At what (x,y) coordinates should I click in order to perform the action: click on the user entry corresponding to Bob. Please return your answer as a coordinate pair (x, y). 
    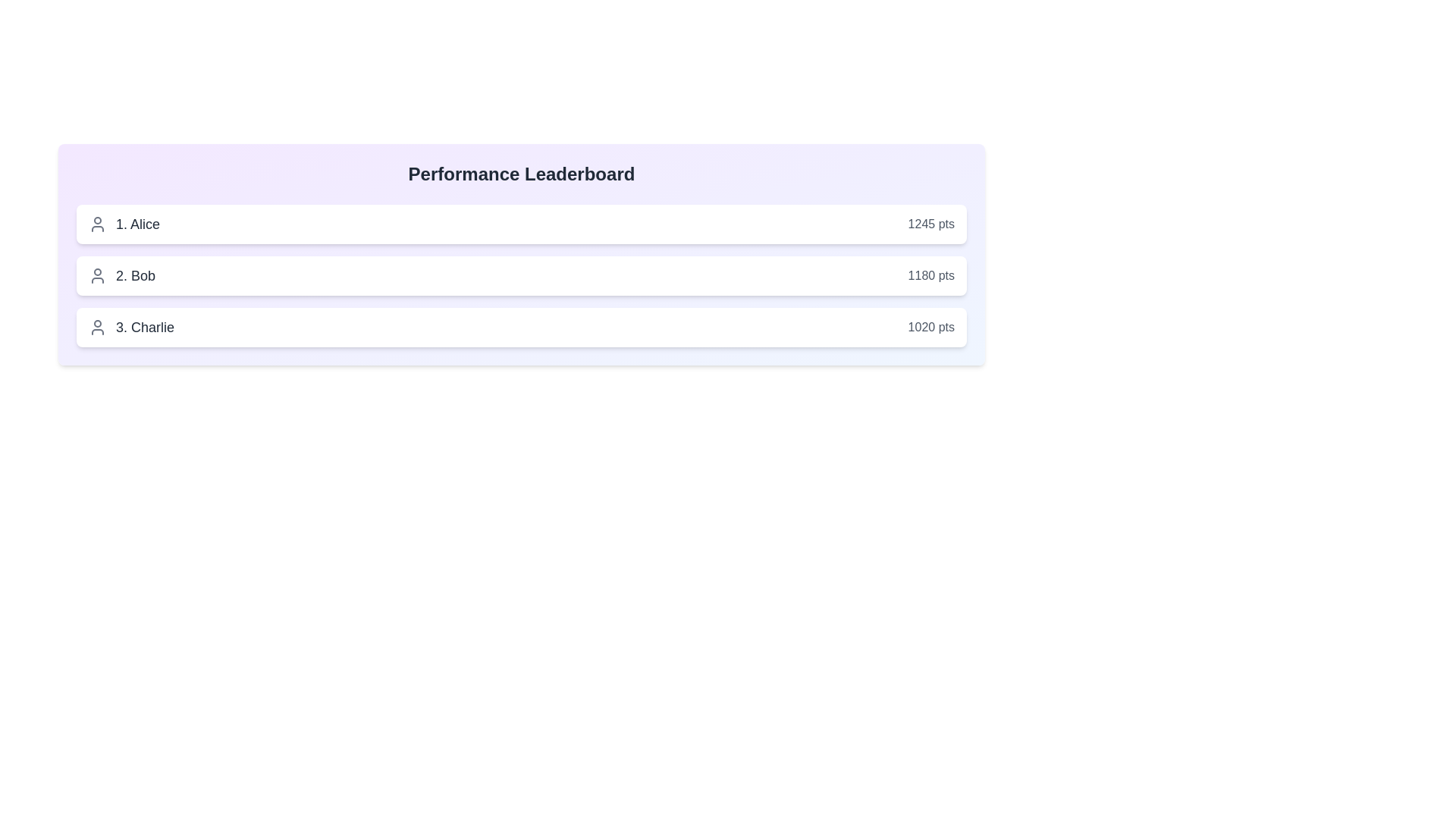
    Looking at the image, I should click on (521, 275).